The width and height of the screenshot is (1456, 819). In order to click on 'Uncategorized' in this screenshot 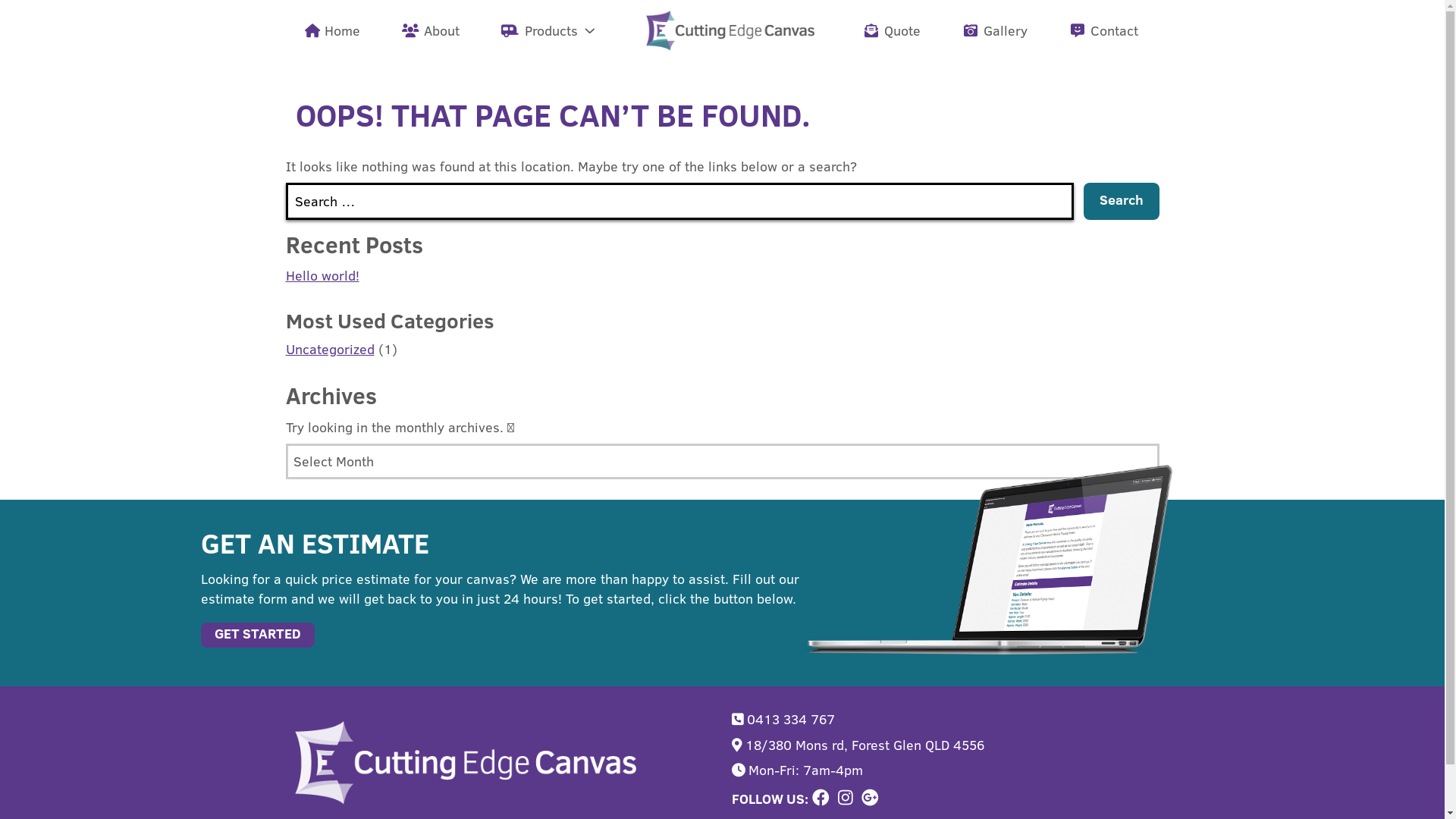, I will do `click(328, 349)`.